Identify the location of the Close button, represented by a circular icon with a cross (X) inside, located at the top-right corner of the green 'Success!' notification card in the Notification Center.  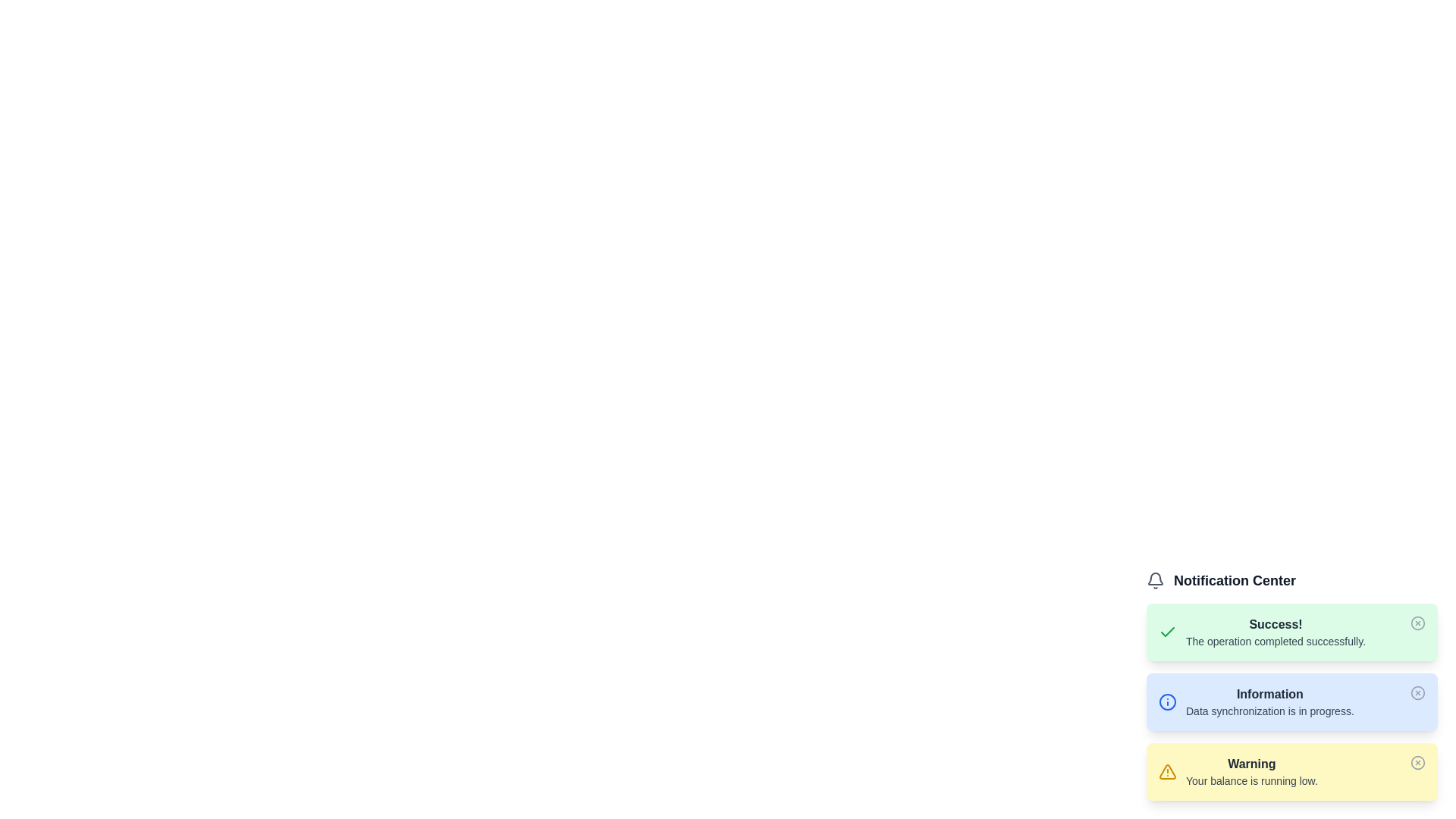
(1417, 623).